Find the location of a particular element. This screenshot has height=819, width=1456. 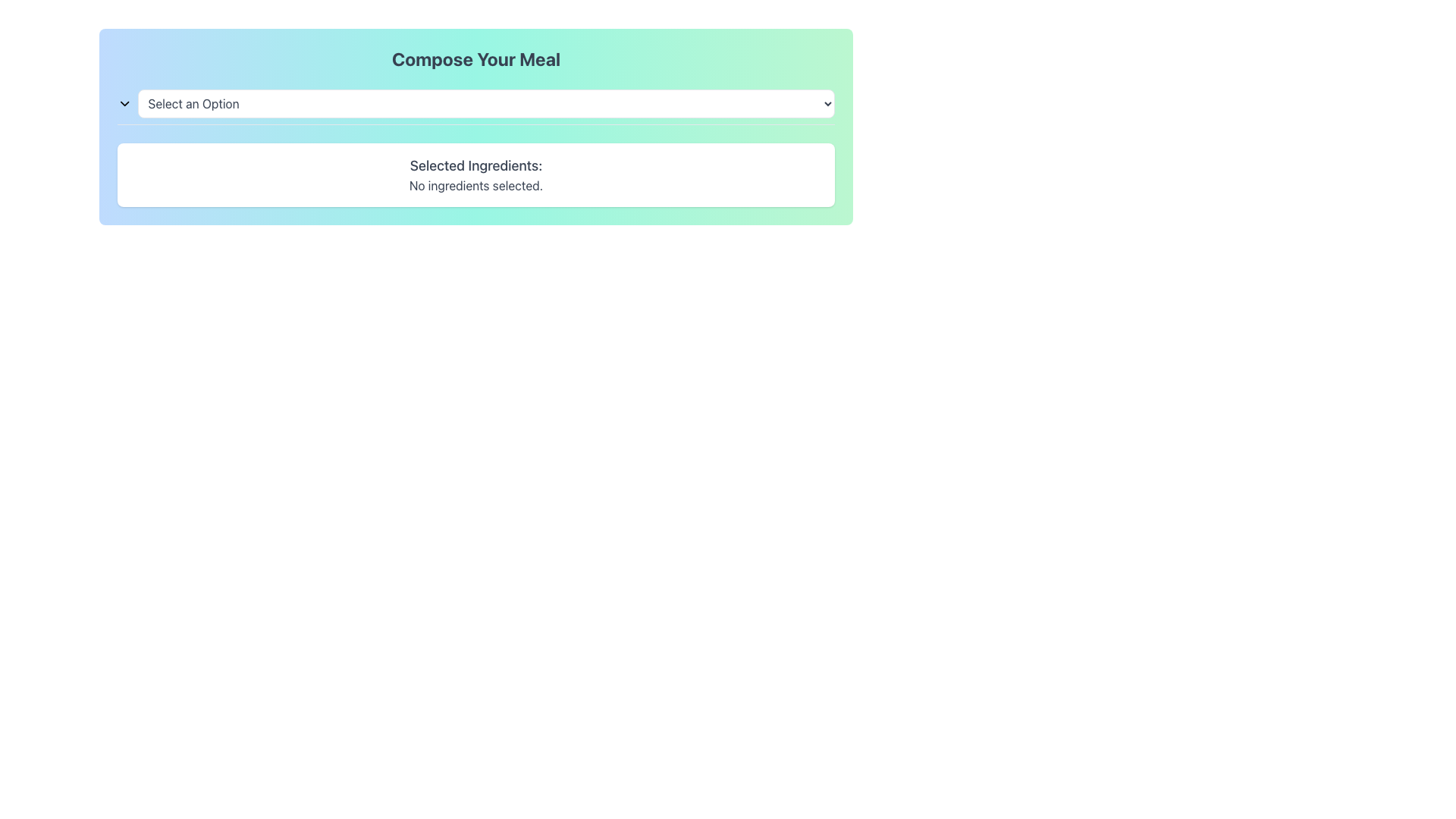

the dropdown menu located under the title 'Compose Your Meal' is located at coordinates (475, 103).